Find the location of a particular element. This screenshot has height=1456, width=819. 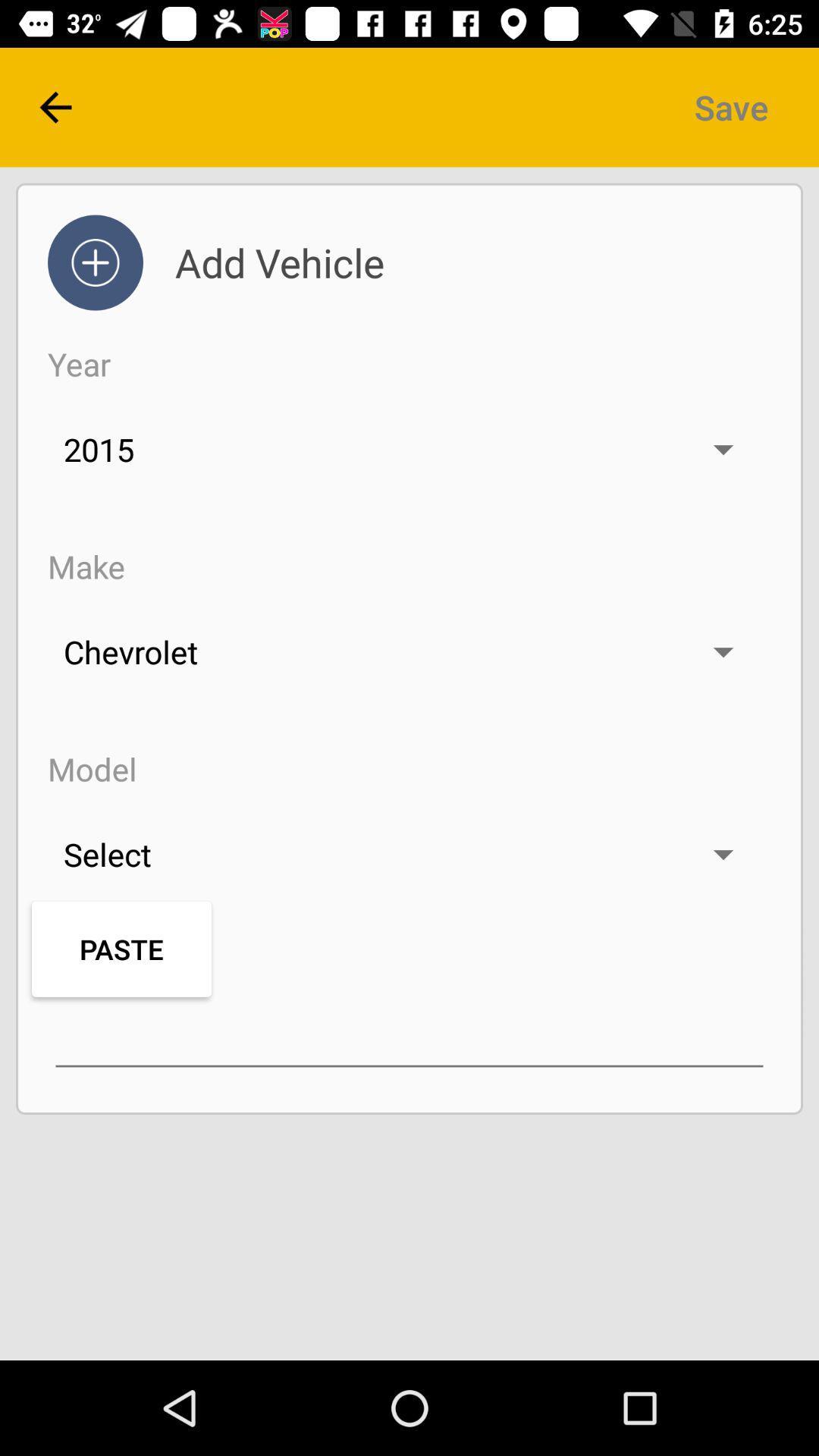

add more icon which is on the left side of add vehicle is located at coordinates (96, 262).